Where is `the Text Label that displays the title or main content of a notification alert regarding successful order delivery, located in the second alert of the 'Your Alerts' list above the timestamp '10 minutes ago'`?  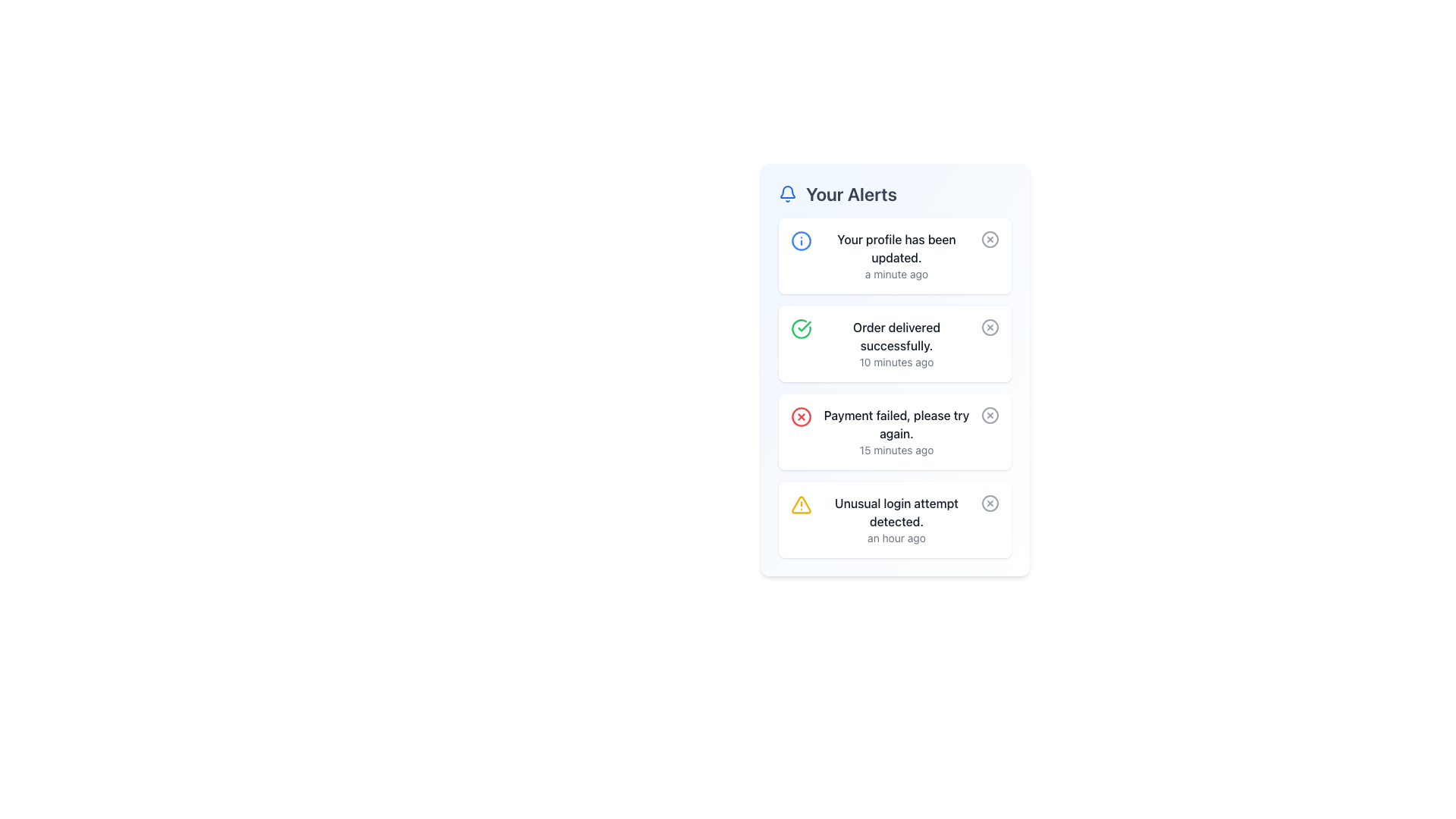
the Text Label that displays the title or main content of a notification alert regarding successful order delivery, located in the second alert of the 'Your Alerts' list above the timestamp '10 minutes ago' is located at coordinates (896, 335).